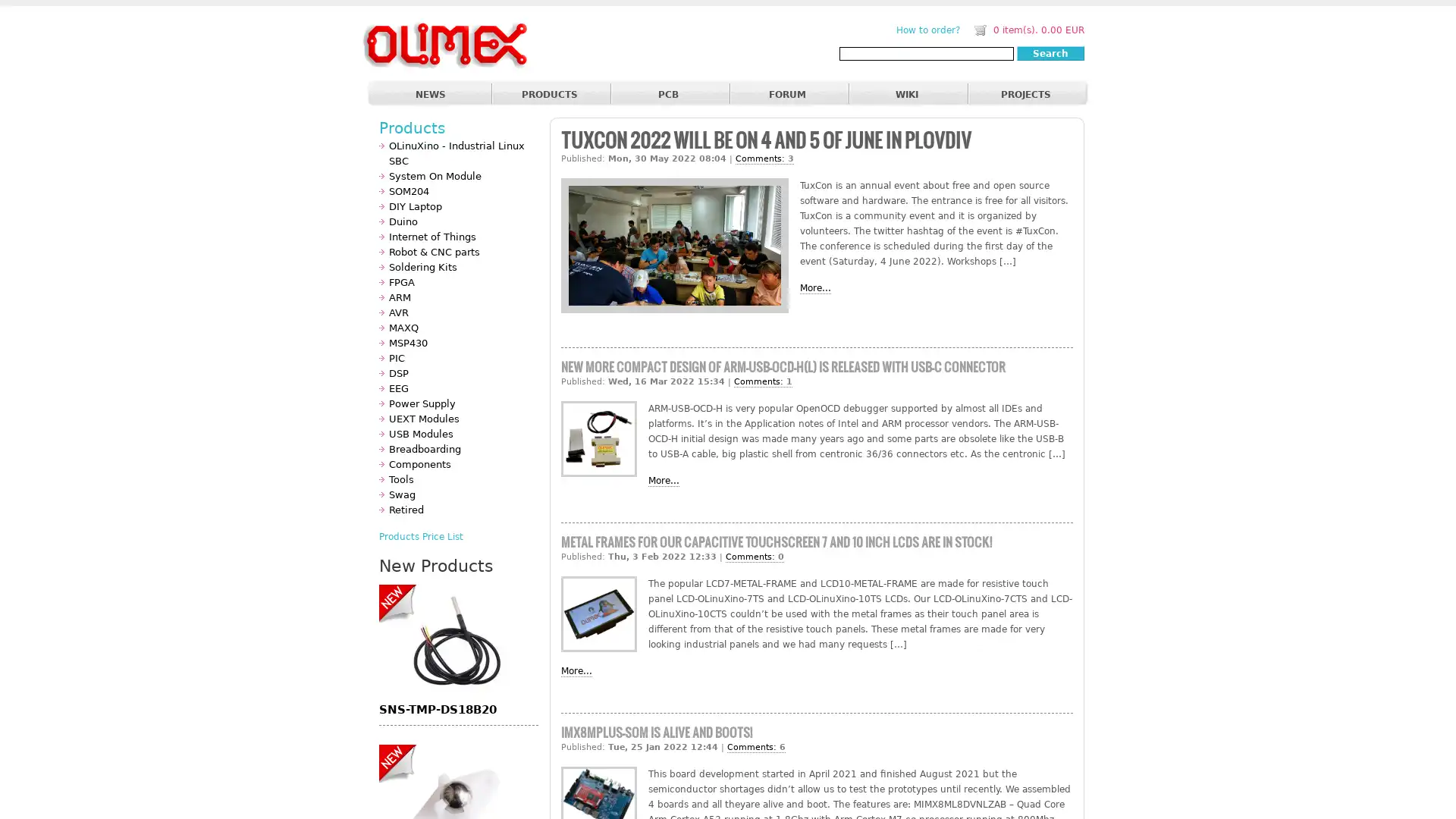 Image resolution: width=1456 pixels, height=819 pixels. What do you see at coordinates (1050, 52) in the screenshot?
I see `Search` at bounding box center [1050, 52].